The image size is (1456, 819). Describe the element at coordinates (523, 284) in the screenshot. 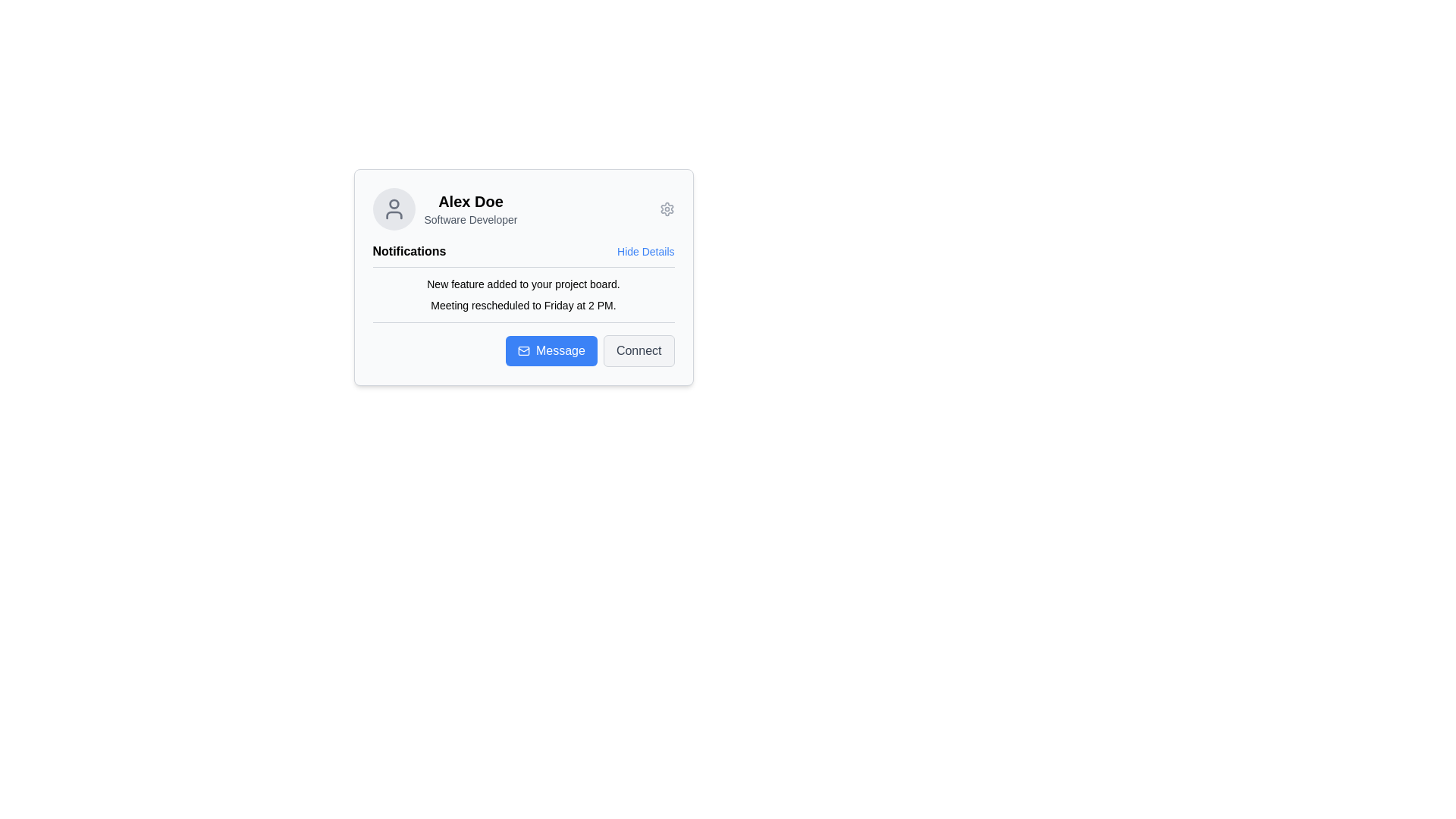

I see `the static text element displaying the message 'New feature added to your project board.' which is located at the top of the notification section` at that location.